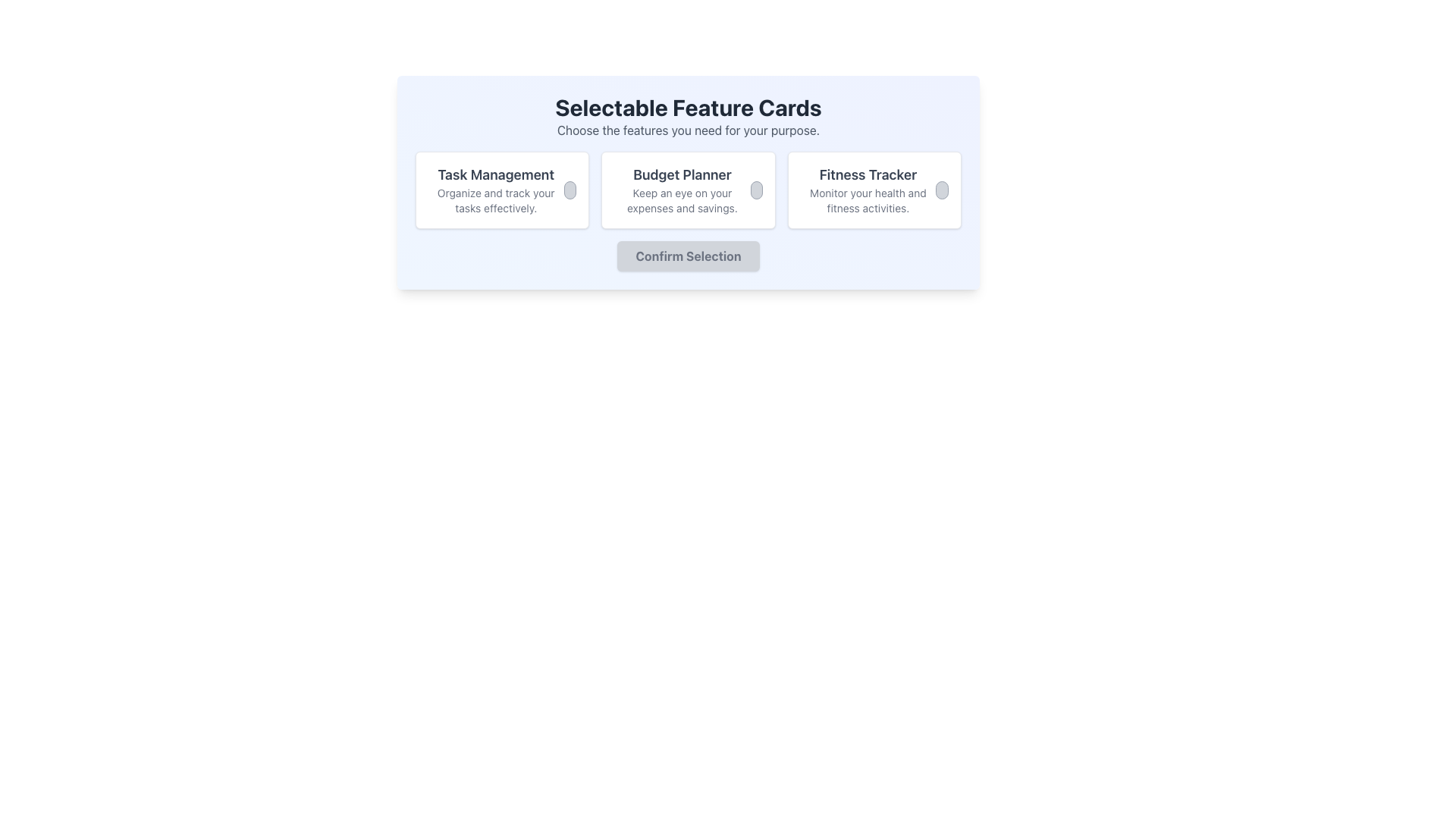 The width and height of the screenshot is (1456, 819). Describe the element at coordinates (496, 174) in the screenshot. I see `the text label that reads 'Task Management,' which is prominently displayed at the top of its card with a larger font size and bold weight` at that location.